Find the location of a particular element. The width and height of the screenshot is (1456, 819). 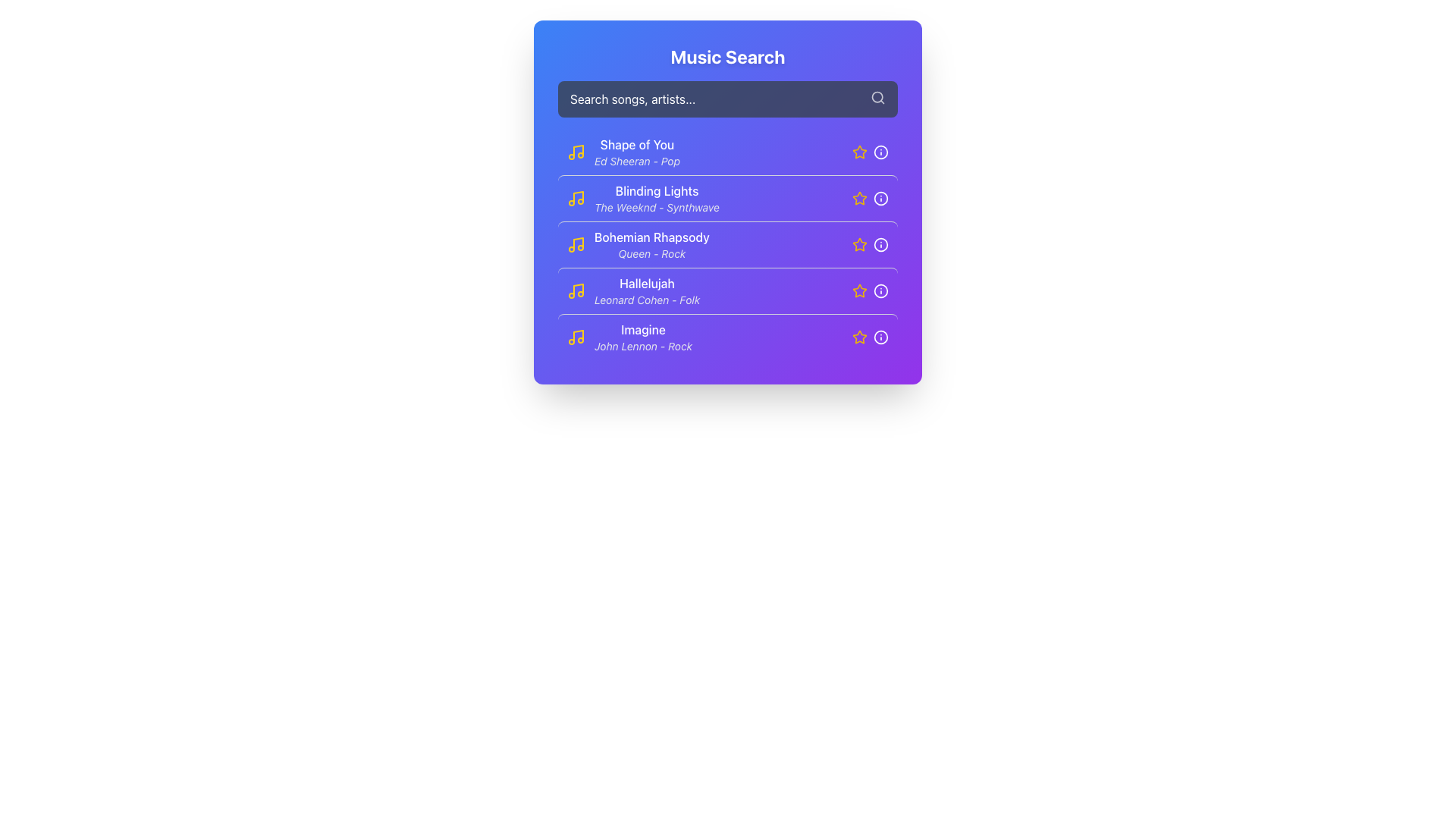

the text label displaying 'Shape of You' by Ed Sheeran, located to the right of a yellow music note icon is located at coordinates (637, 152).